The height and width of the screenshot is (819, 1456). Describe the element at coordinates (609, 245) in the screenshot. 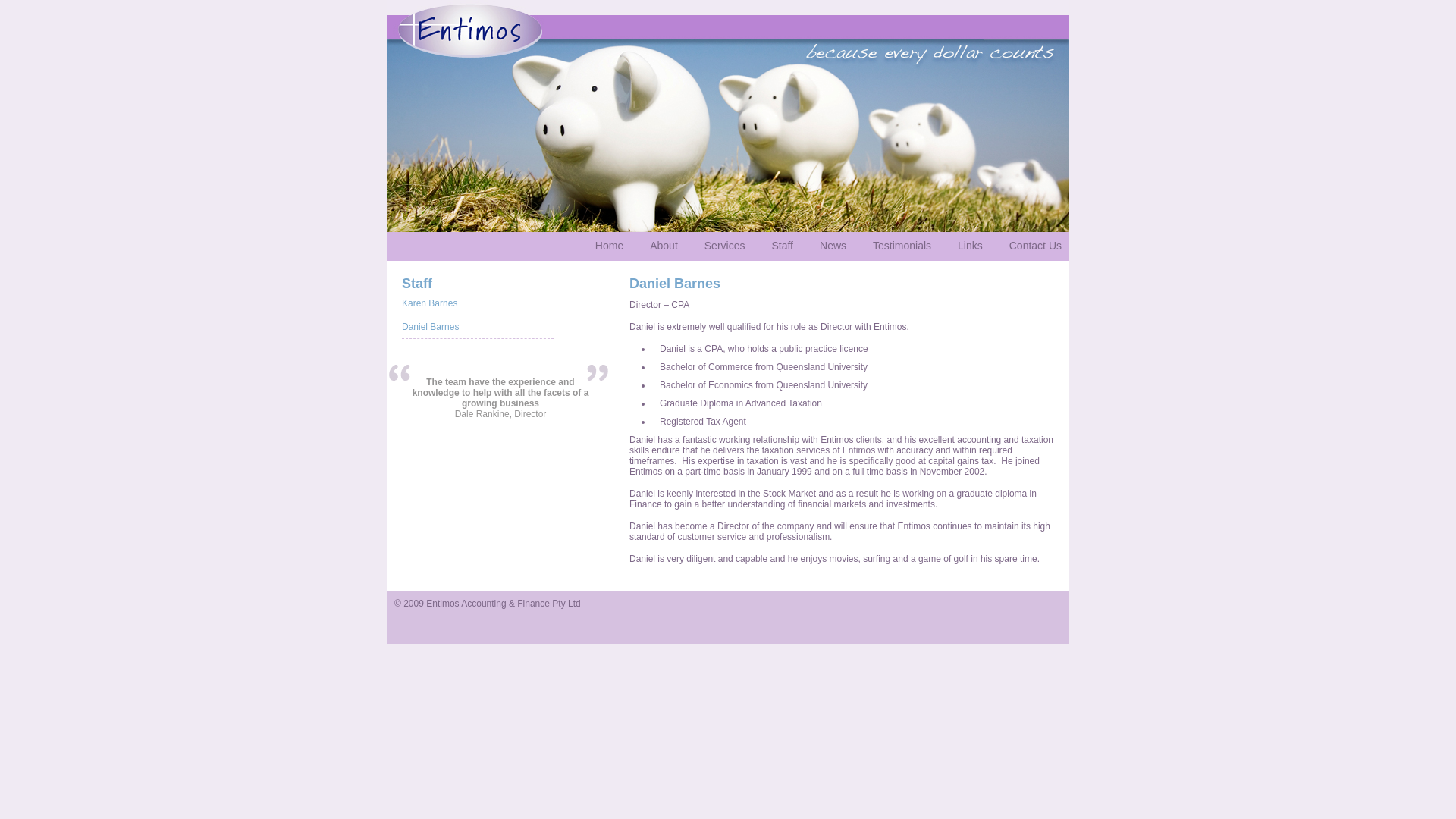

I see `'Home'` at that location.